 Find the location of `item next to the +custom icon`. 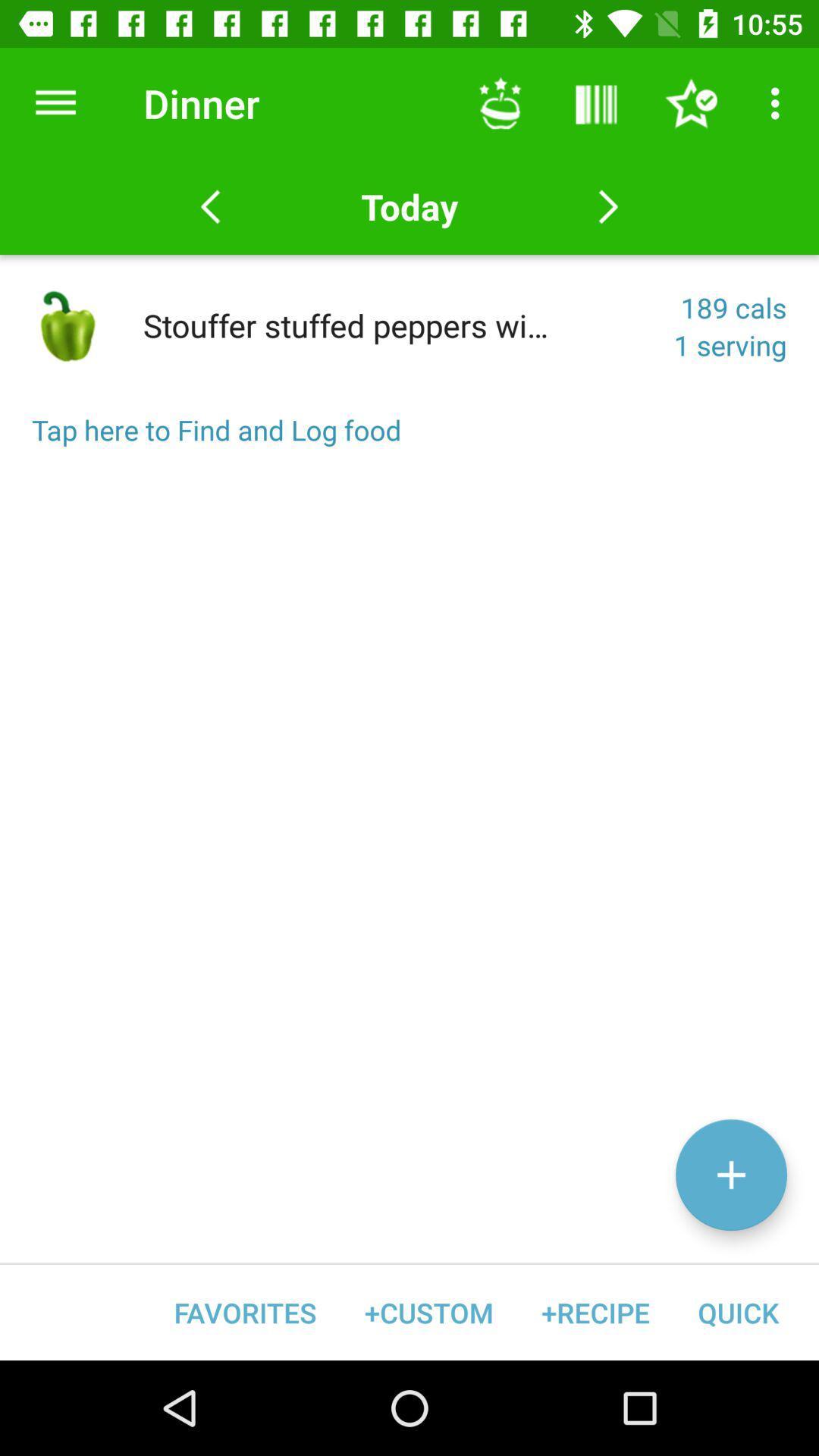

item next to the +custom icon is located at coordinates (244, 1312).